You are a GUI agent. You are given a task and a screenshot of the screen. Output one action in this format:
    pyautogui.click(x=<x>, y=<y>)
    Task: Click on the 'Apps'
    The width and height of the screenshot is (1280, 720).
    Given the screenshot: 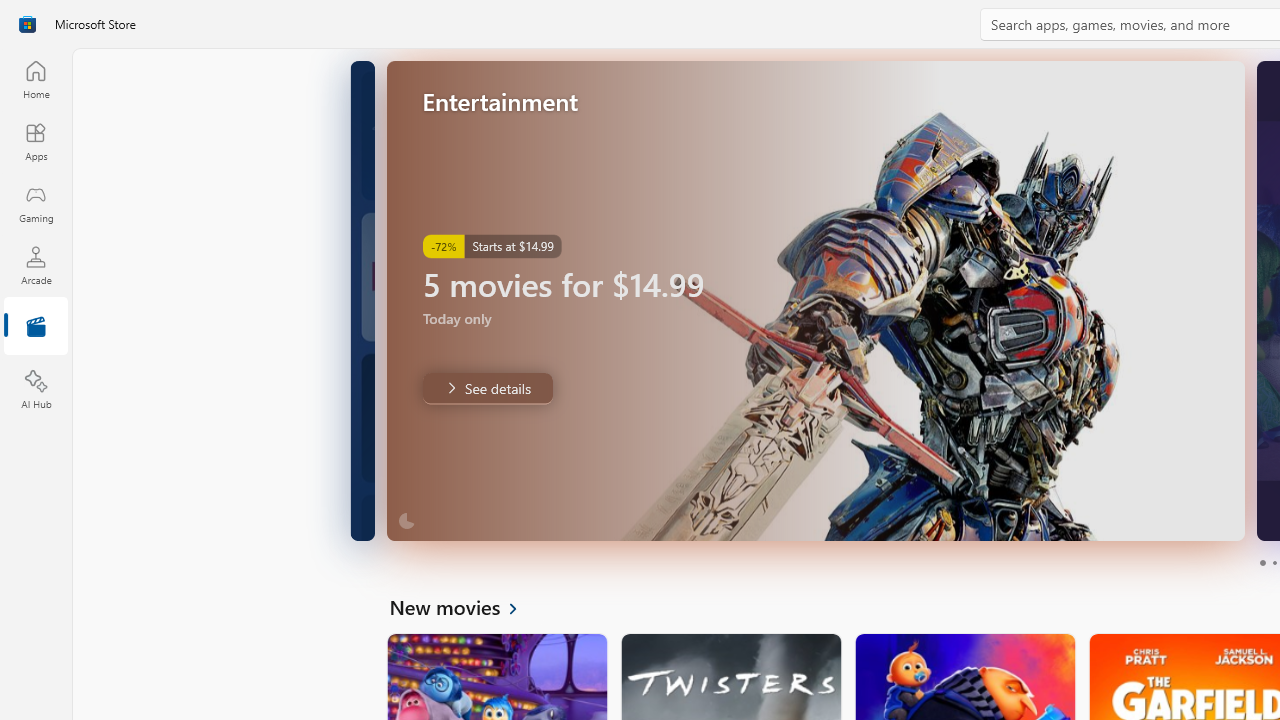 What is the action you would take?
    pyautogui.click(x=35, y=140)
    